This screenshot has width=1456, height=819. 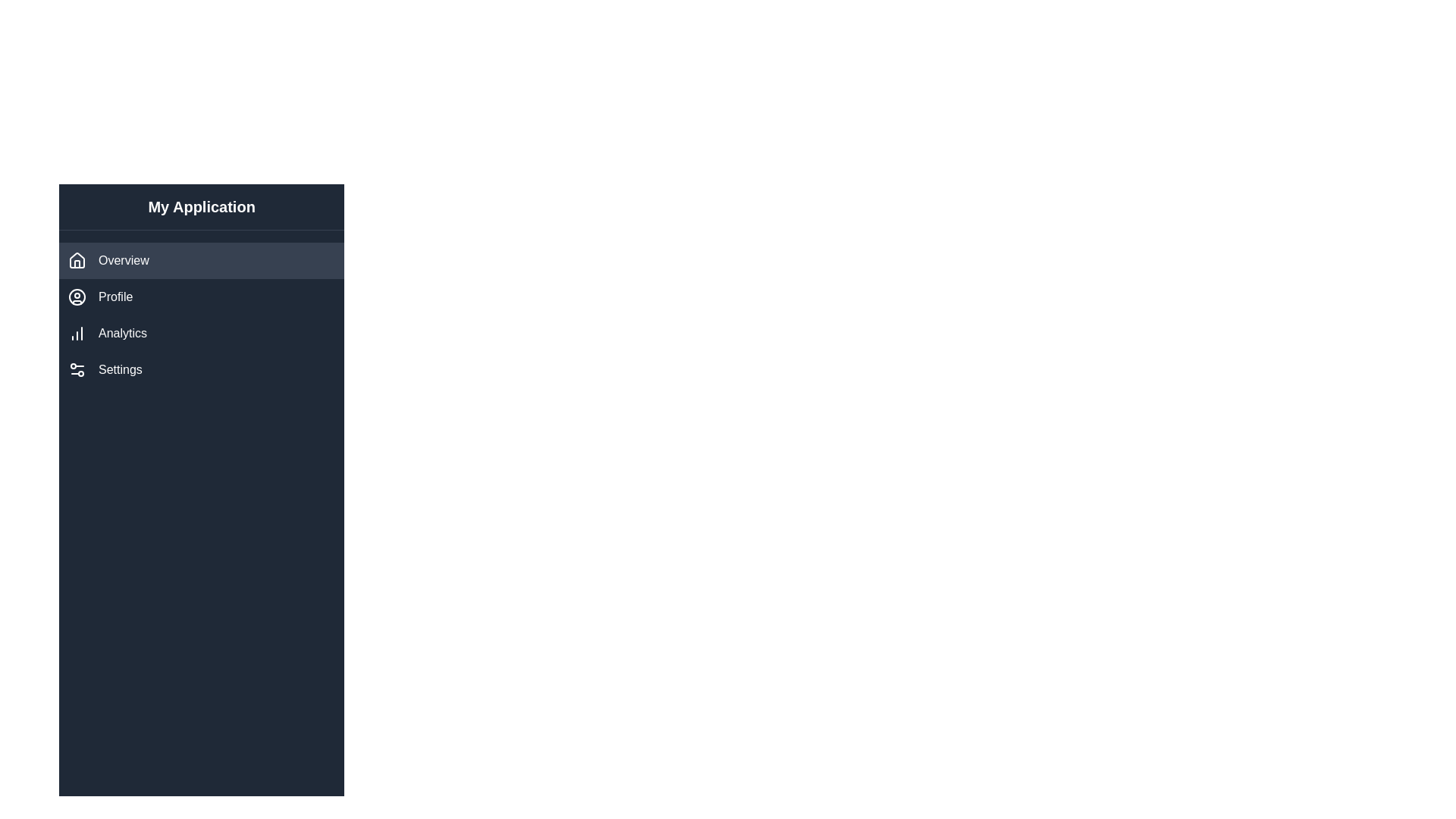 What do you see at coordinates (201, 207) in the screenshot?
I see `the branding text label at the top of the sidebar, which indicates the application name` at bounding box center [201, 207].